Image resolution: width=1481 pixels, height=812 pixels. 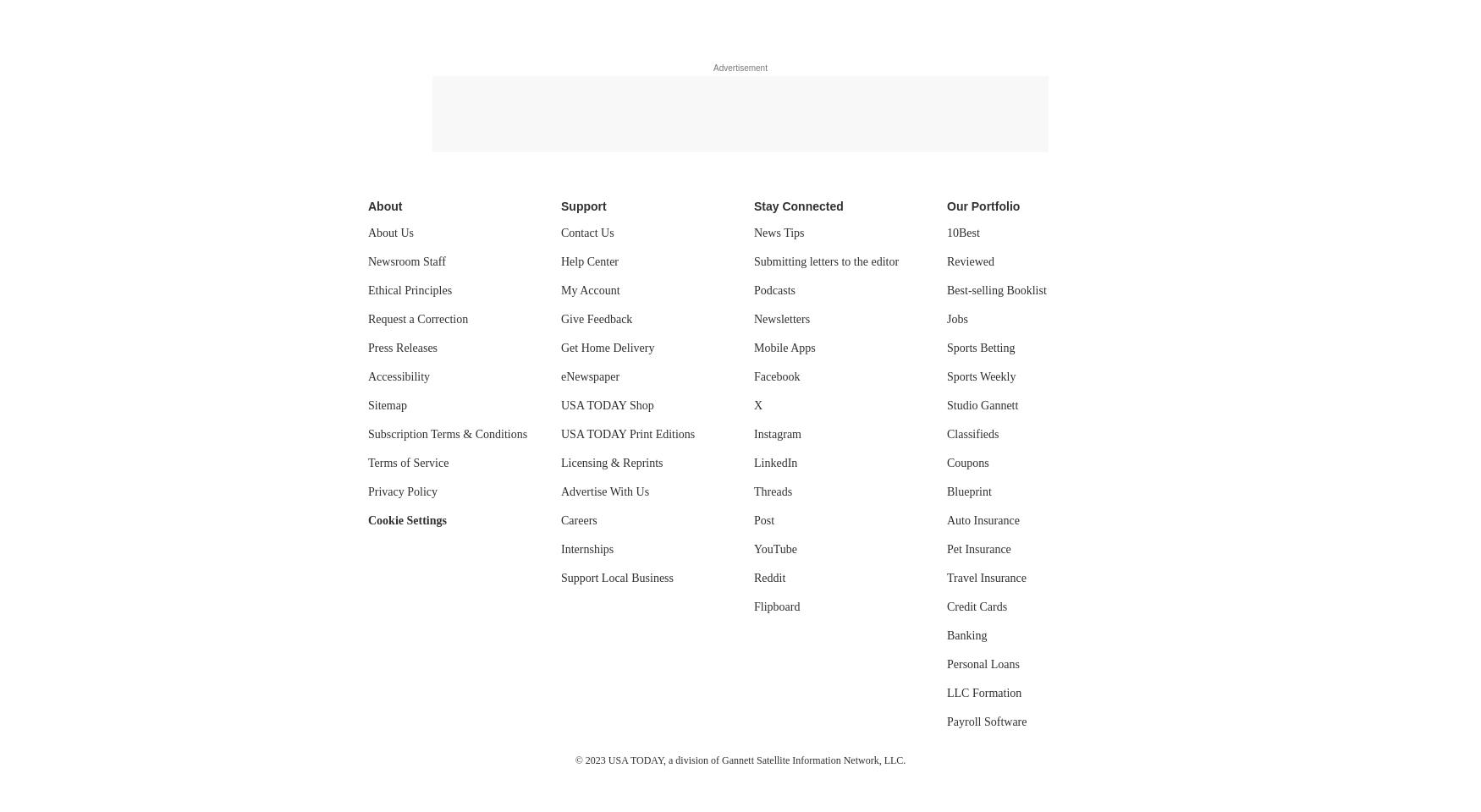 What do you see at coordinates (966, 463) in the screenshot?
I see `'Coupons'` at bounding box center [966, 463].